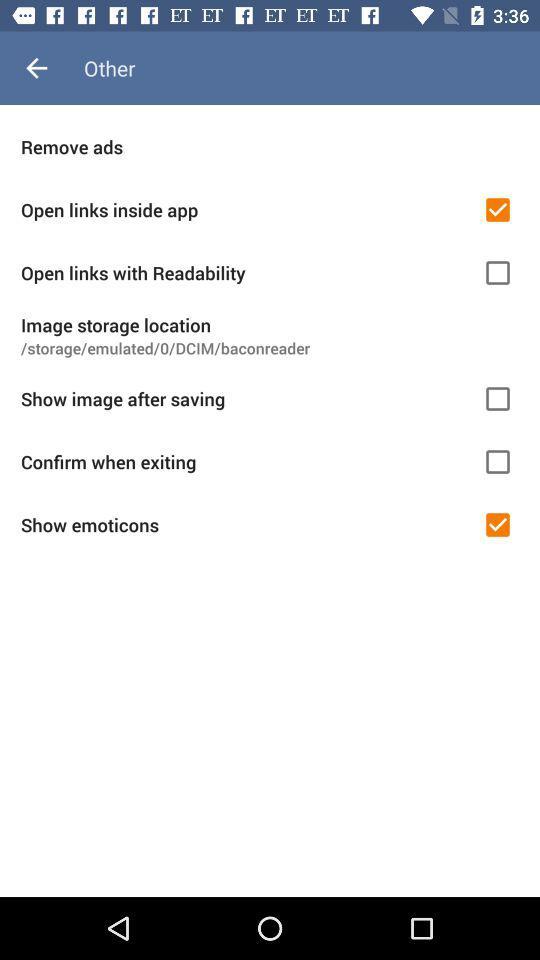  What do you see at coordinates (245, 397) in the screenshot?
I see `show image after icon` at bounding box center [245, 397].